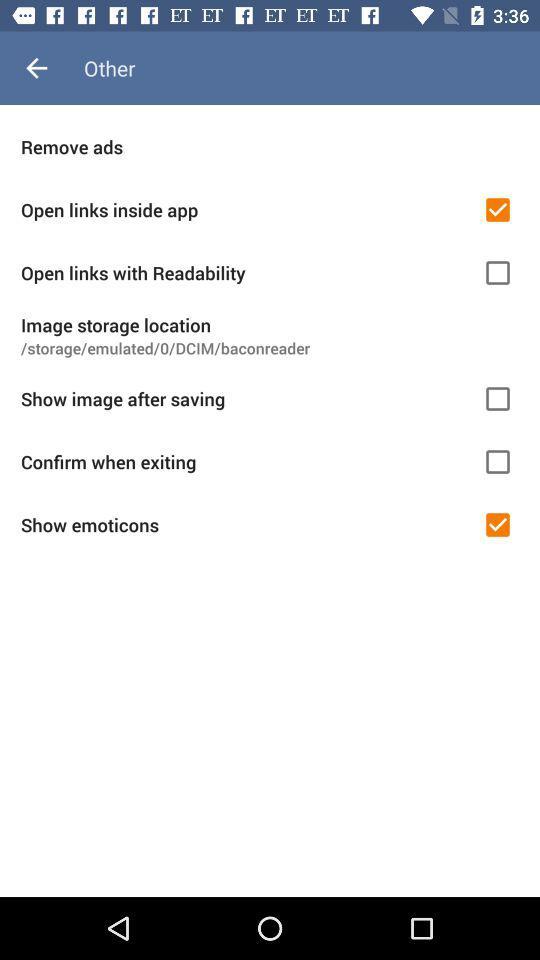  What do you see at coordinates (245, 397) in the screenshot?
I see `show image after icon` at bounding box center [245, 397].